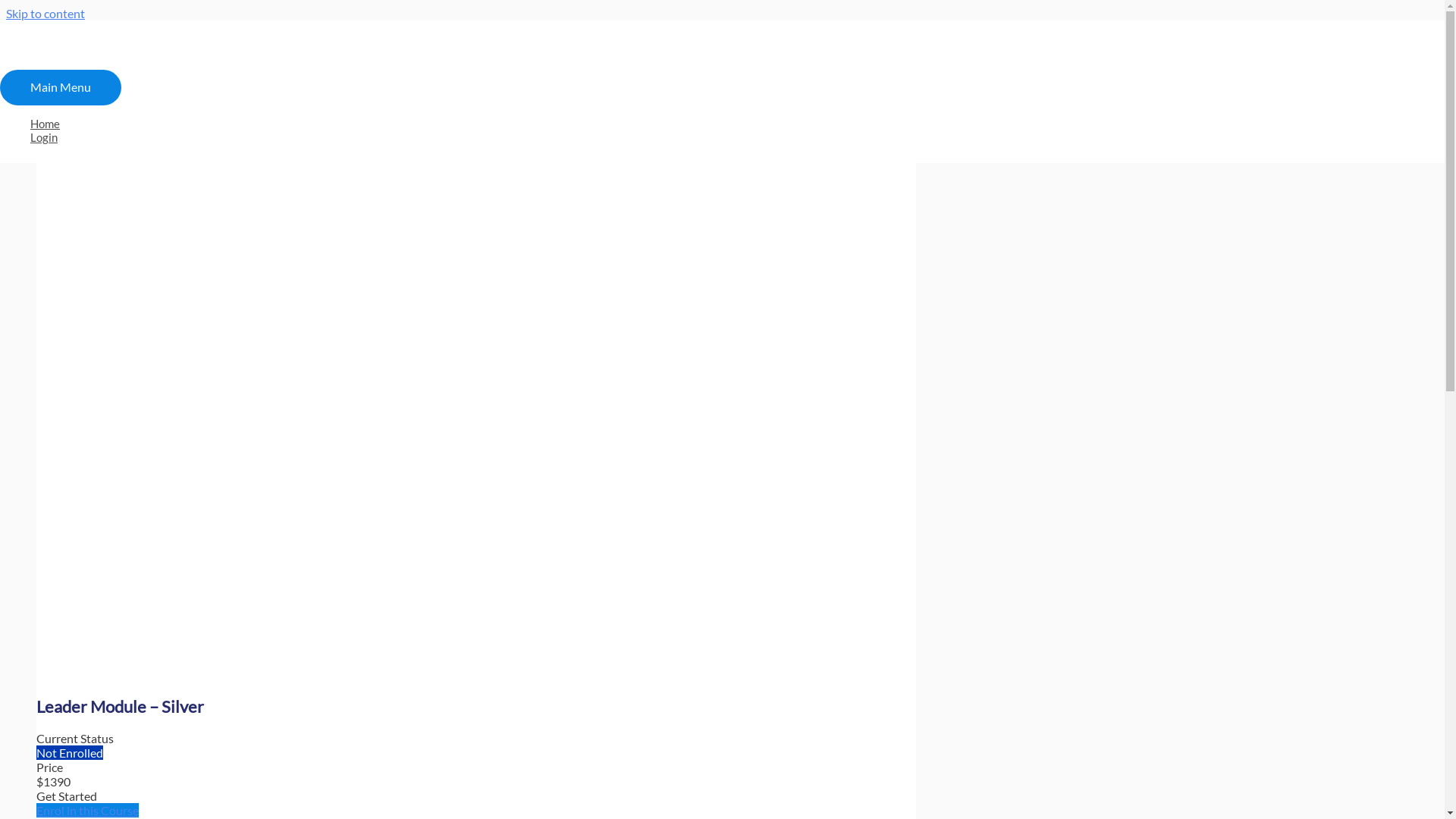 This screenshot has width=1456, height=819. I want to click on 'Enrol in this Course', so click(86, 809).